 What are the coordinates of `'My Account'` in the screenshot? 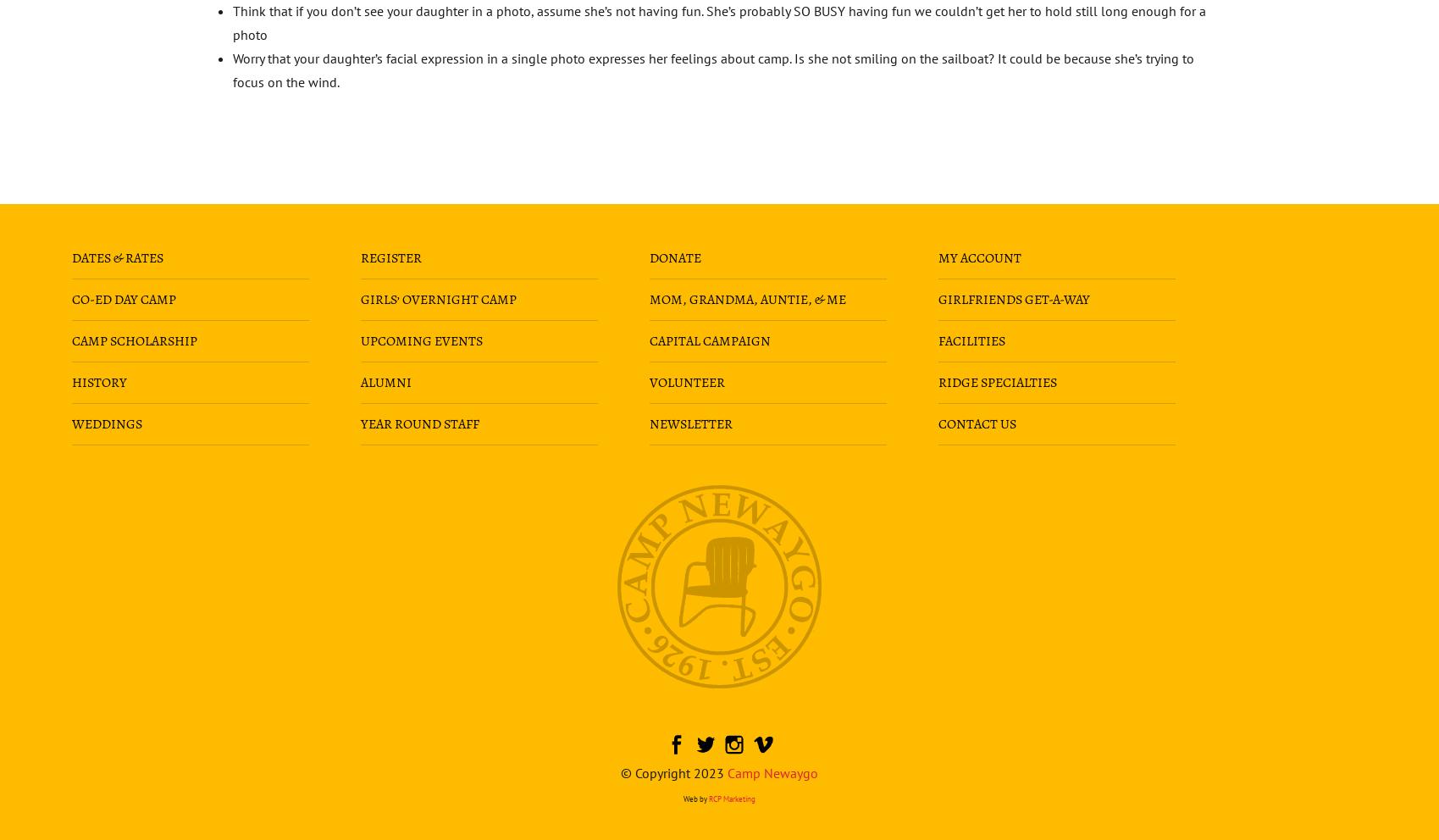 It's located at (980, 257).